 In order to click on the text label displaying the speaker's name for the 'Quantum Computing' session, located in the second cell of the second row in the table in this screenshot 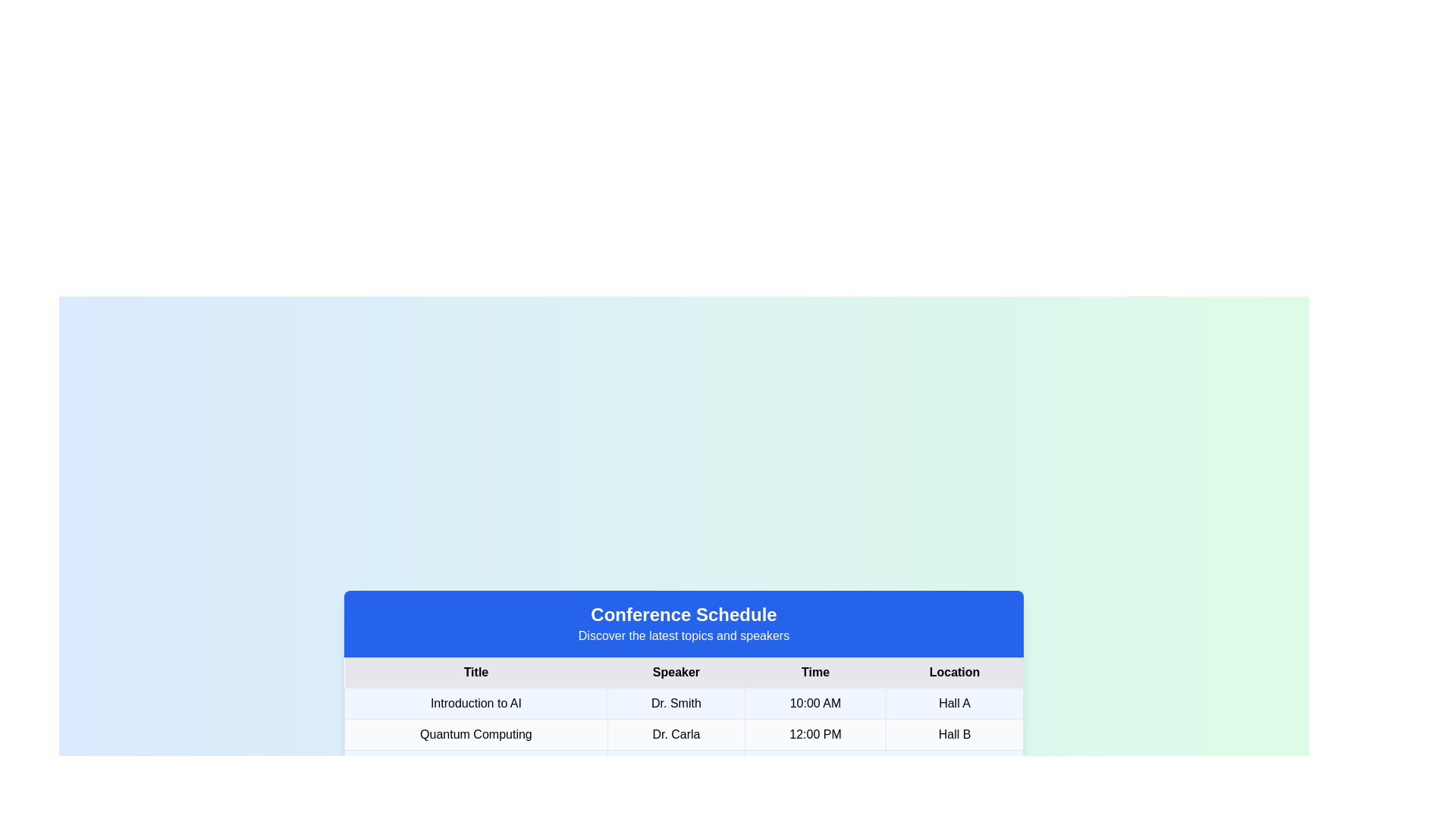, I will do `click(676, 733)`.